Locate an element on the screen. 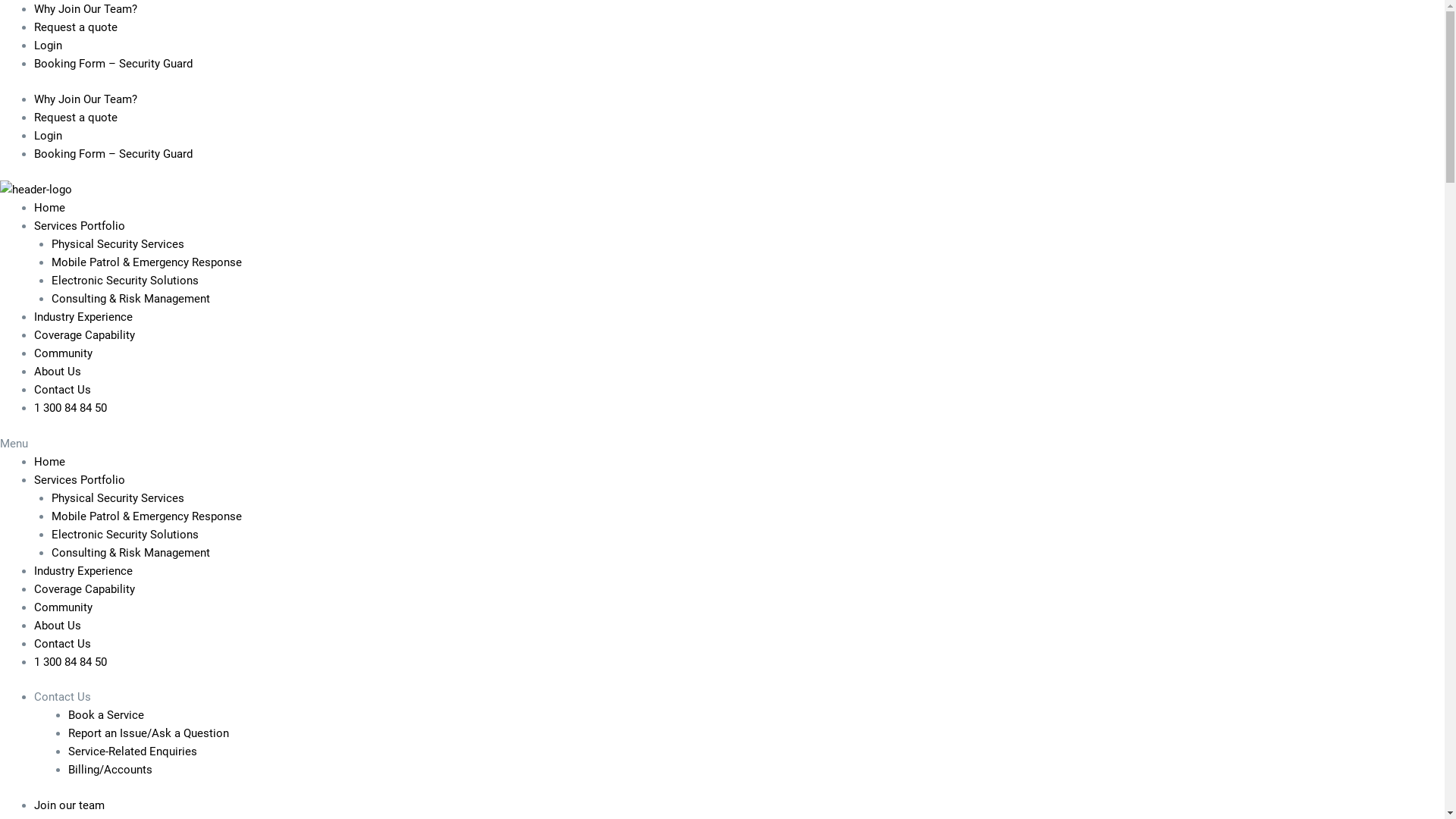 Image resolution: width=1456 pixels, height=819 pixels. 'Community' is located at coordinates (62, 607).